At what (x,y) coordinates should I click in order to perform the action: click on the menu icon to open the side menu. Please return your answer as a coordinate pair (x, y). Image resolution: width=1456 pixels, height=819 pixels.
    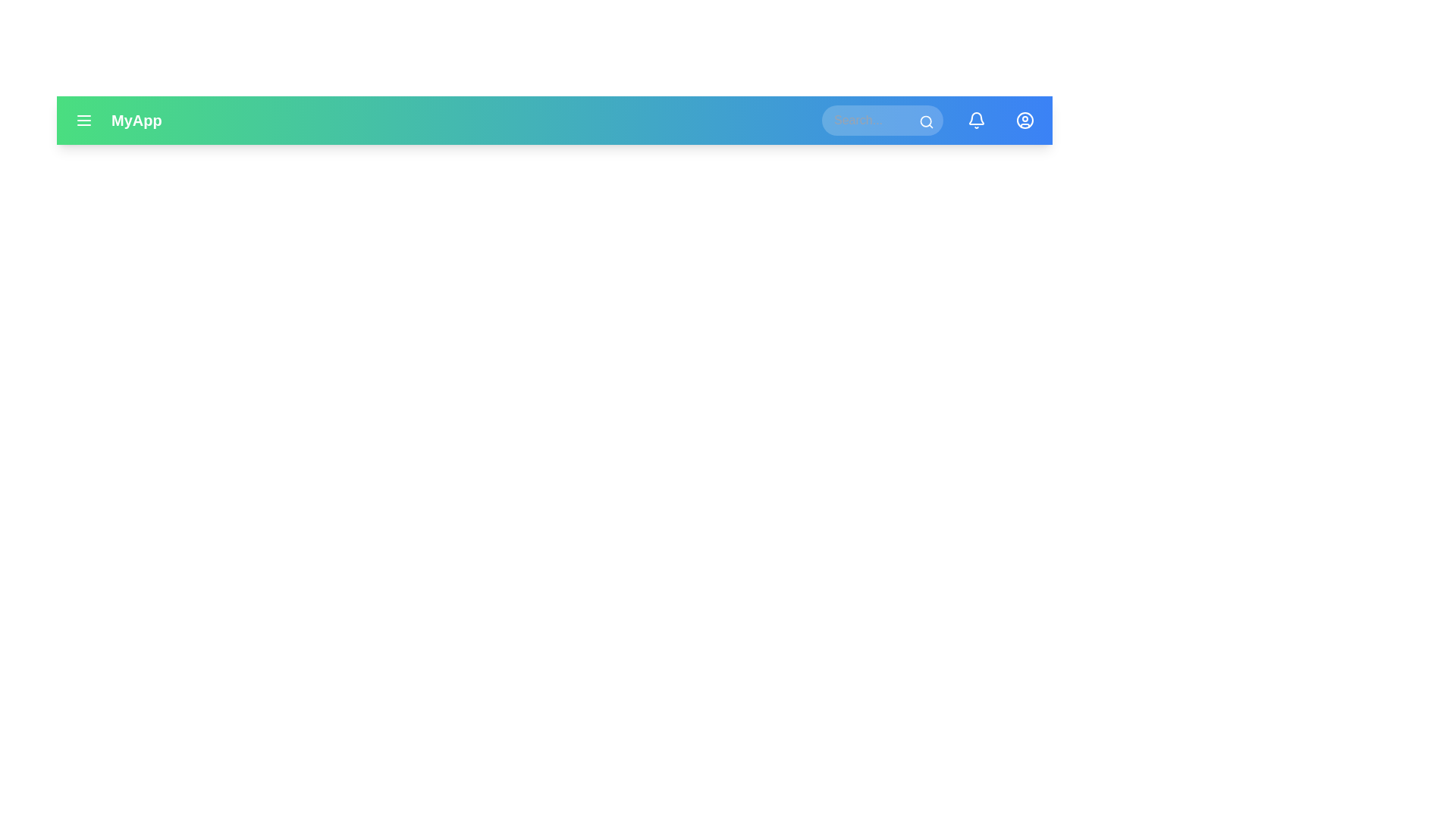
    Looking at the image, I should click on (83, 119).